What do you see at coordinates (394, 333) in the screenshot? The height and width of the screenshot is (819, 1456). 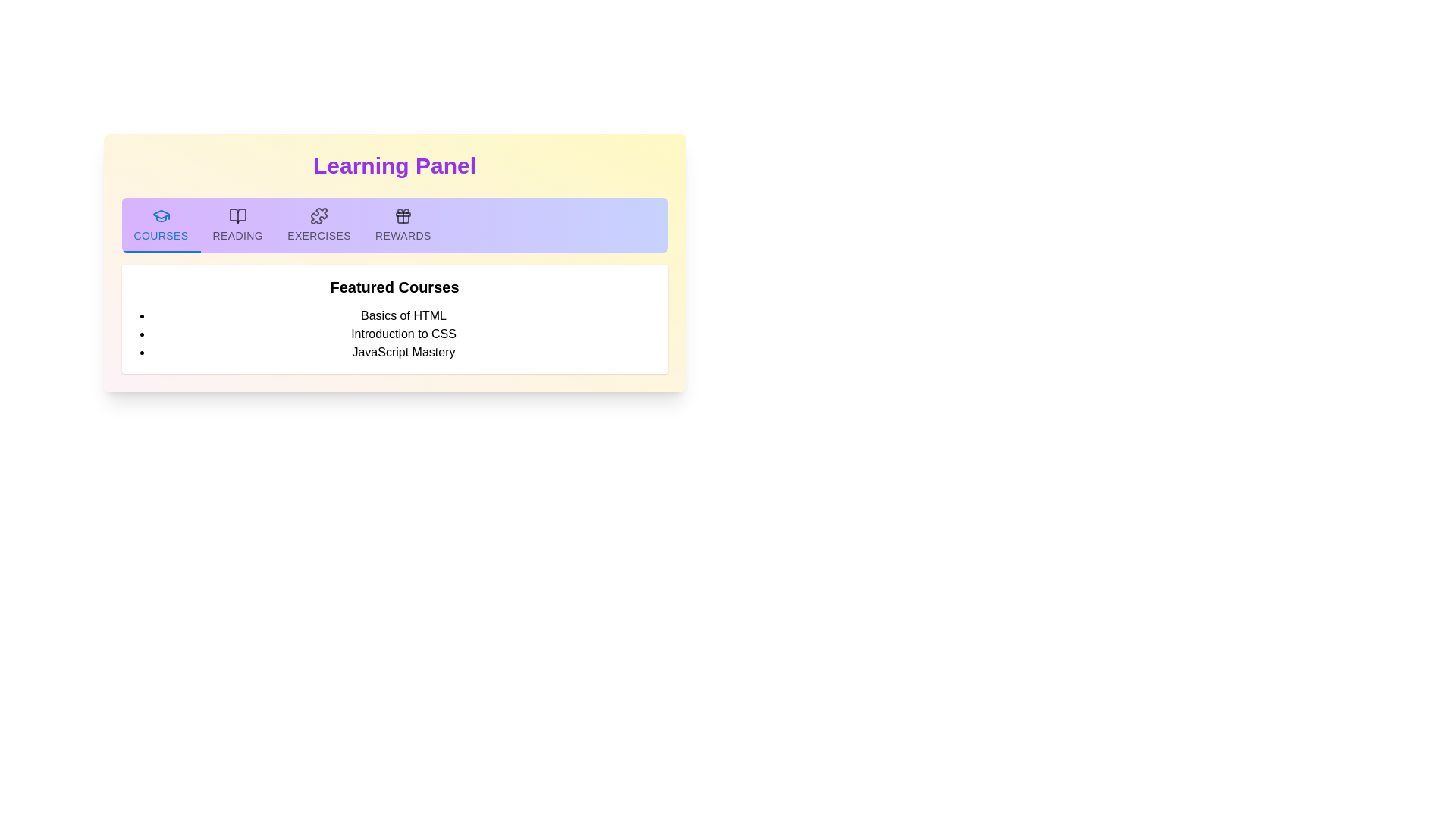 I see `the unordered list containing the items 'Basics of HTML,' 'Introduction to CSS,' and 'JavaScript Mastery'` at bounding box center [394, 333].